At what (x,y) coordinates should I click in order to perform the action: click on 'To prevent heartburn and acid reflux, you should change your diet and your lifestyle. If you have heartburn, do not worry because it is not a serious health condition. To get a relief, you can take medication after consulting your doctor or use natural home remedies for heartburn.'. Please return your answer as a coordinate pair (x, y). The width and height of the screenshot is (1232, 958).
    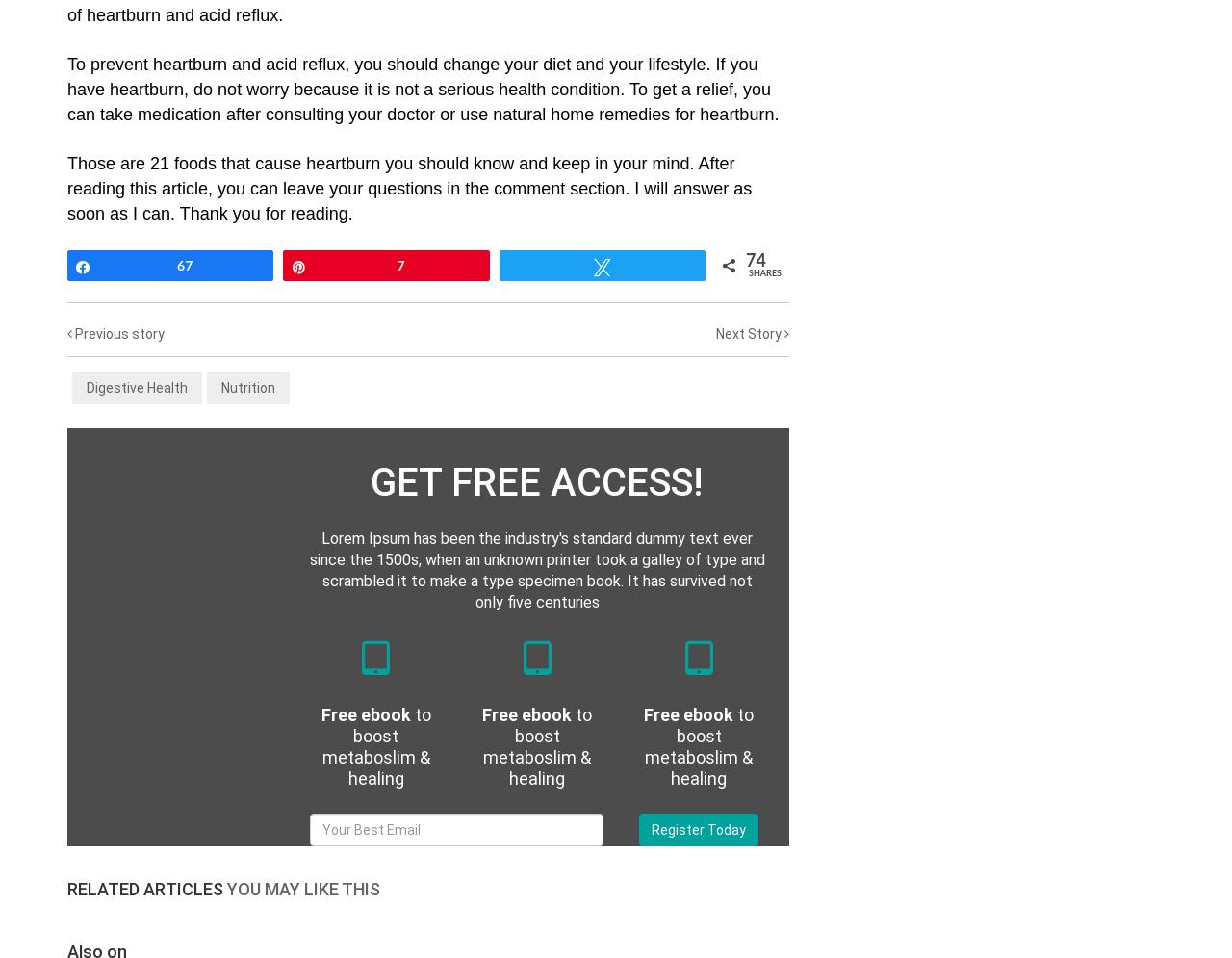
    Looking at the image, I should click on (67, 90).